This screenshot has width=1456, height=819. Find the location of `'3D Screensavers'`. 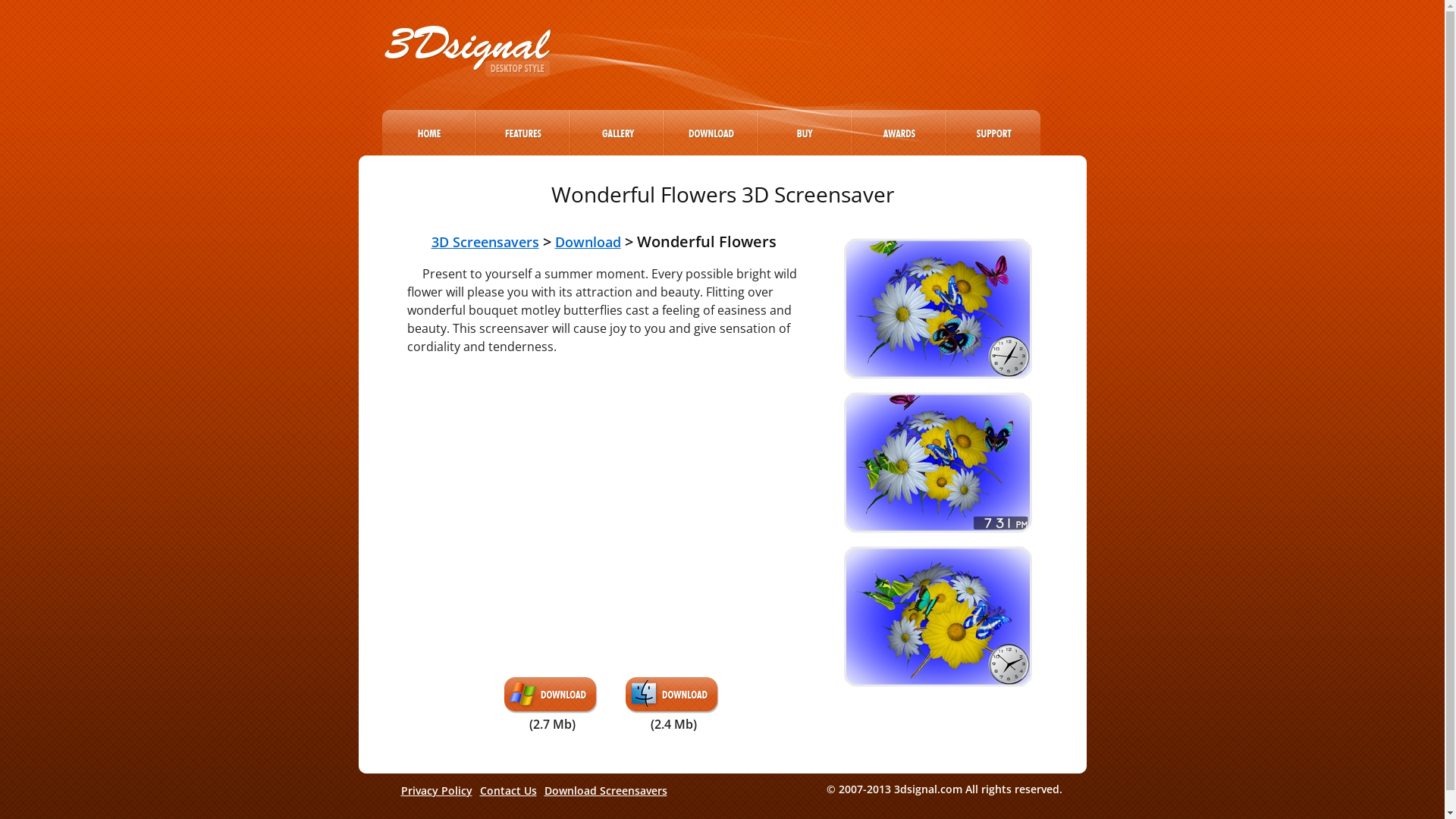

'3D Screensavers' is located at coordinates (483, 241).